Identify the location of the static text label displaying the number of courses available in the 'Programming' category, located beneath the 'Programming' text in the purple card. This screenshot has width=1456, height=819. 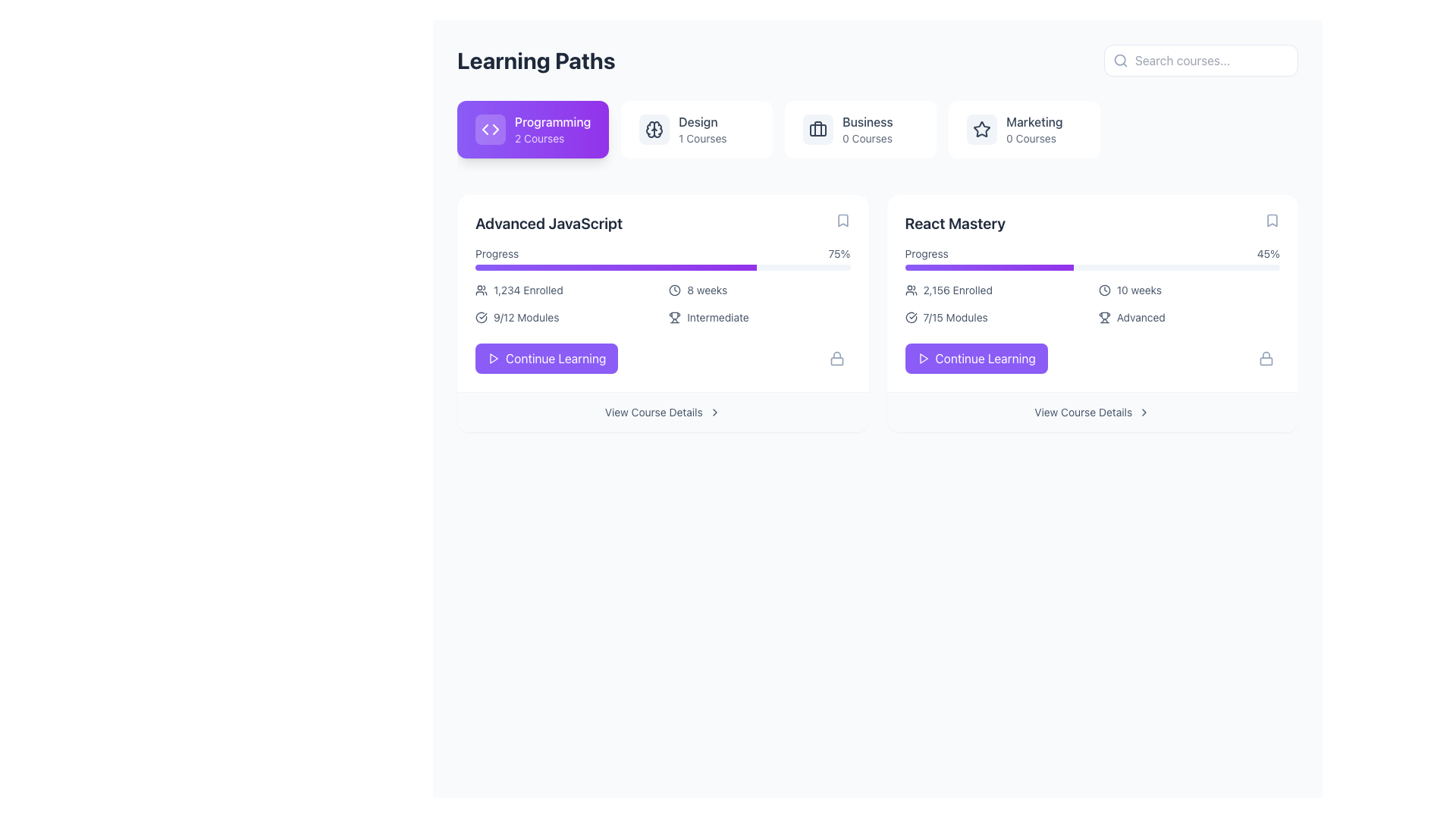
(552, 138).